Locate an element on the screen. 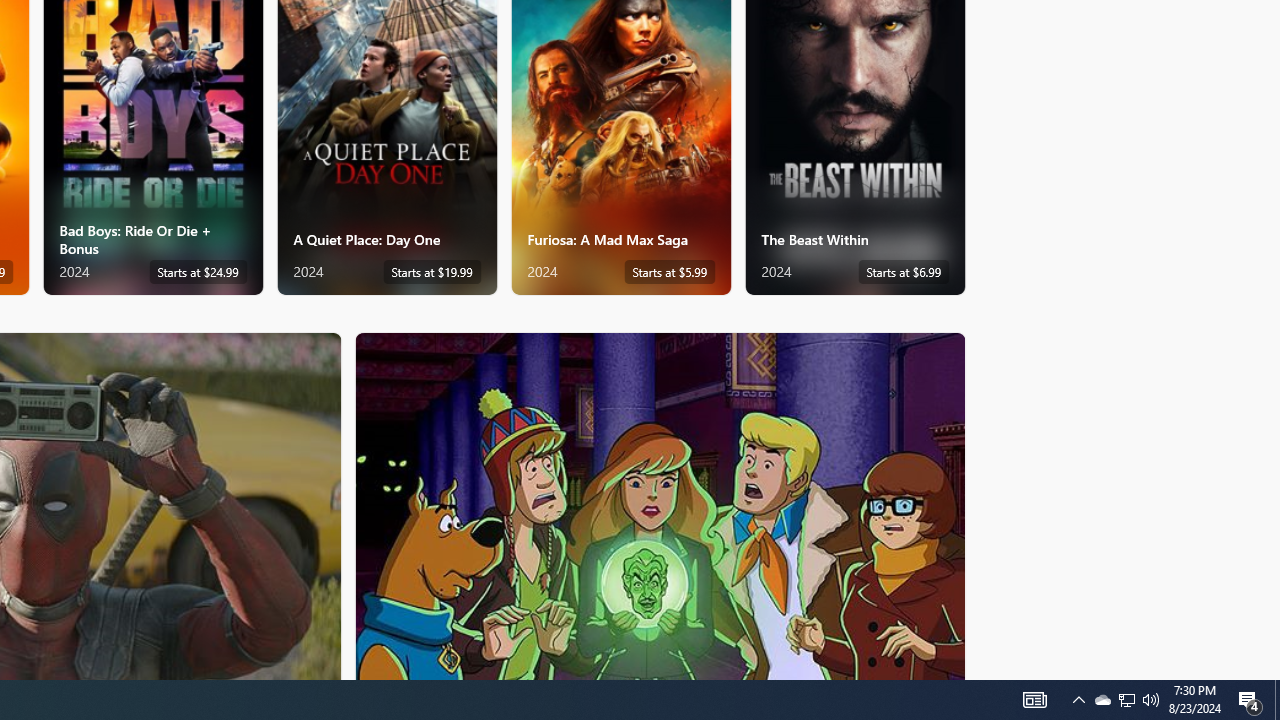  'Family' is located at coordinates (660, 504).